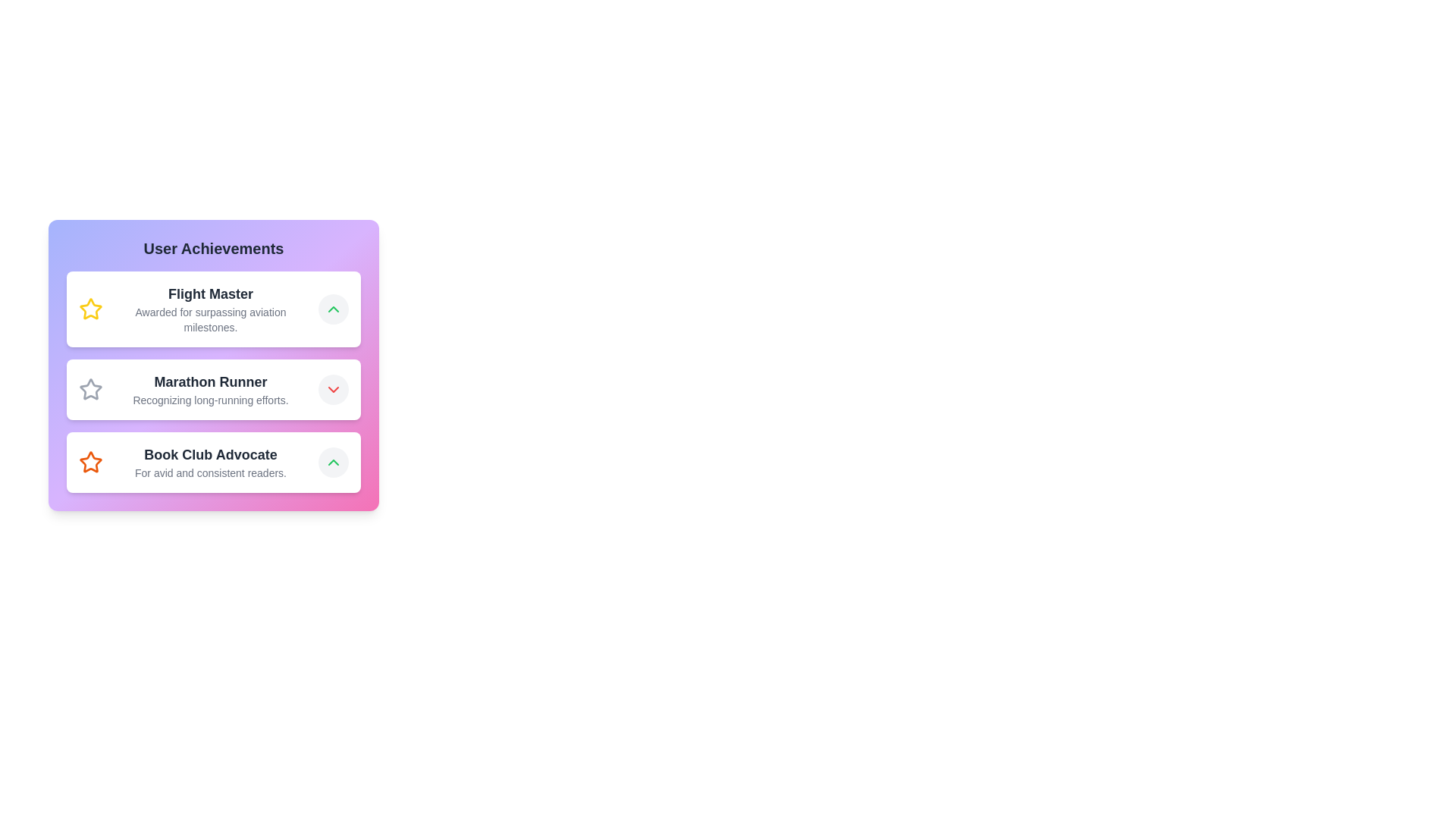 Image resolution: width=1456 pixels, height=819 pixels. Describe the element at coordinates (213, 309) in the screenshot. I see `descriptive text 'Awarded for surpassing aviation milestones.' from the Achievement display card titled 'Flight Master', which is the topmost item in the list of user achievements` at that location.